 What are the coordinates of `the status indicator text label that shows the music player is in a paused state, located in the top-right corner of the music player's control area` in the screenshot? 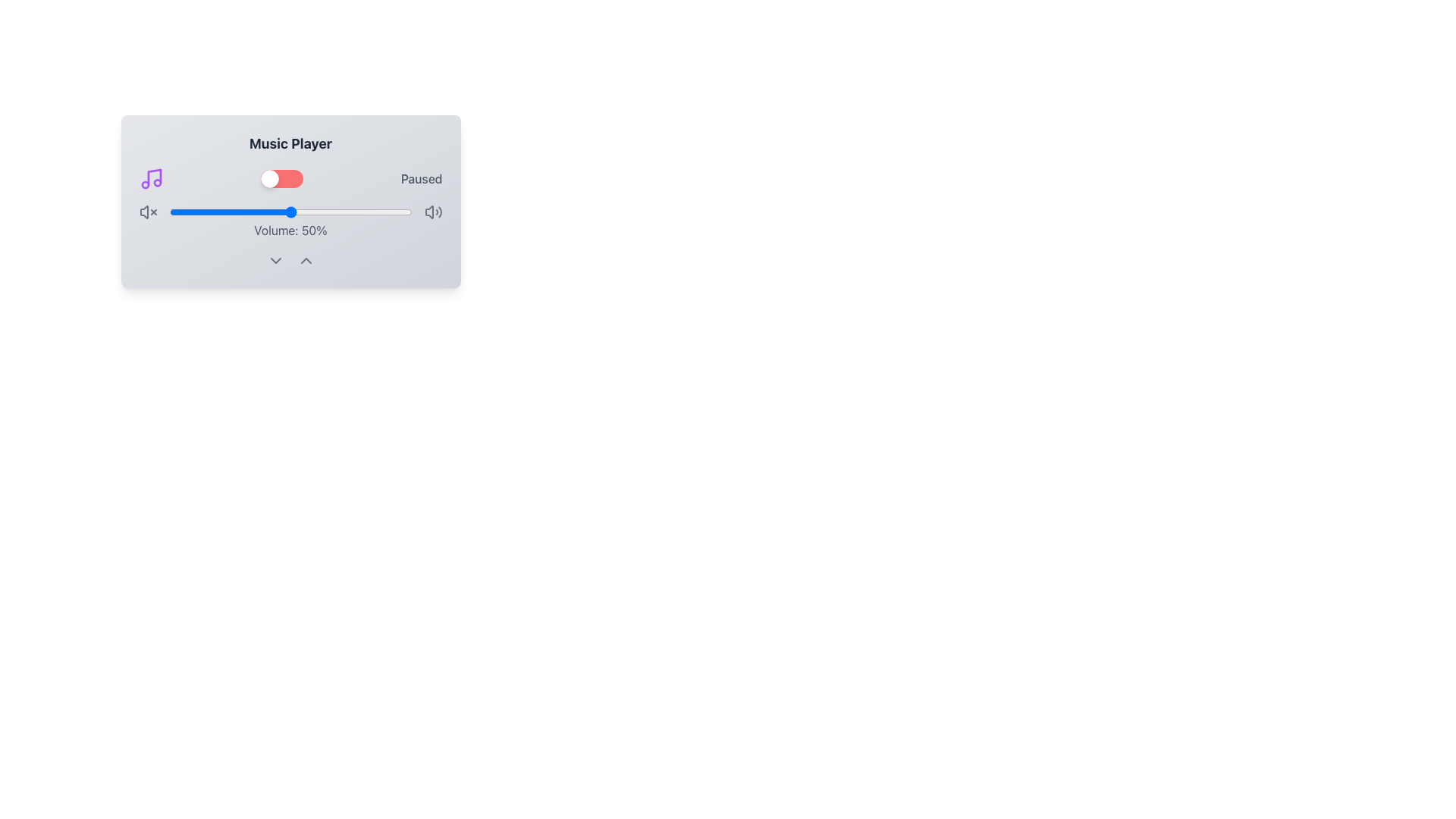 It's located at (422, 177).